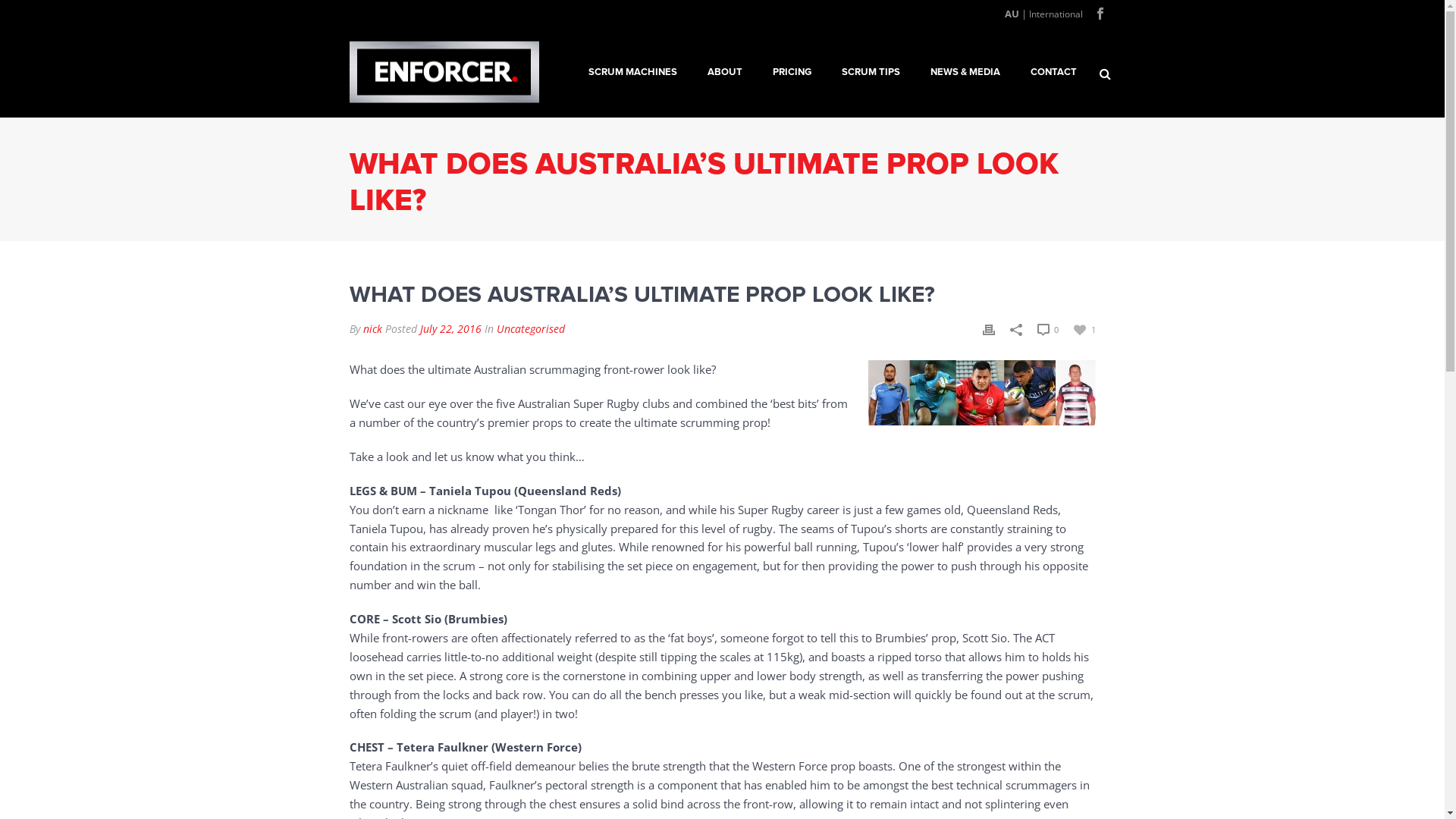 This screenshot has height=819, width=1456. Describe the element at coordinates (964, 72) in the screenshot. I see `'NEWS & MEDIA'` at that location.